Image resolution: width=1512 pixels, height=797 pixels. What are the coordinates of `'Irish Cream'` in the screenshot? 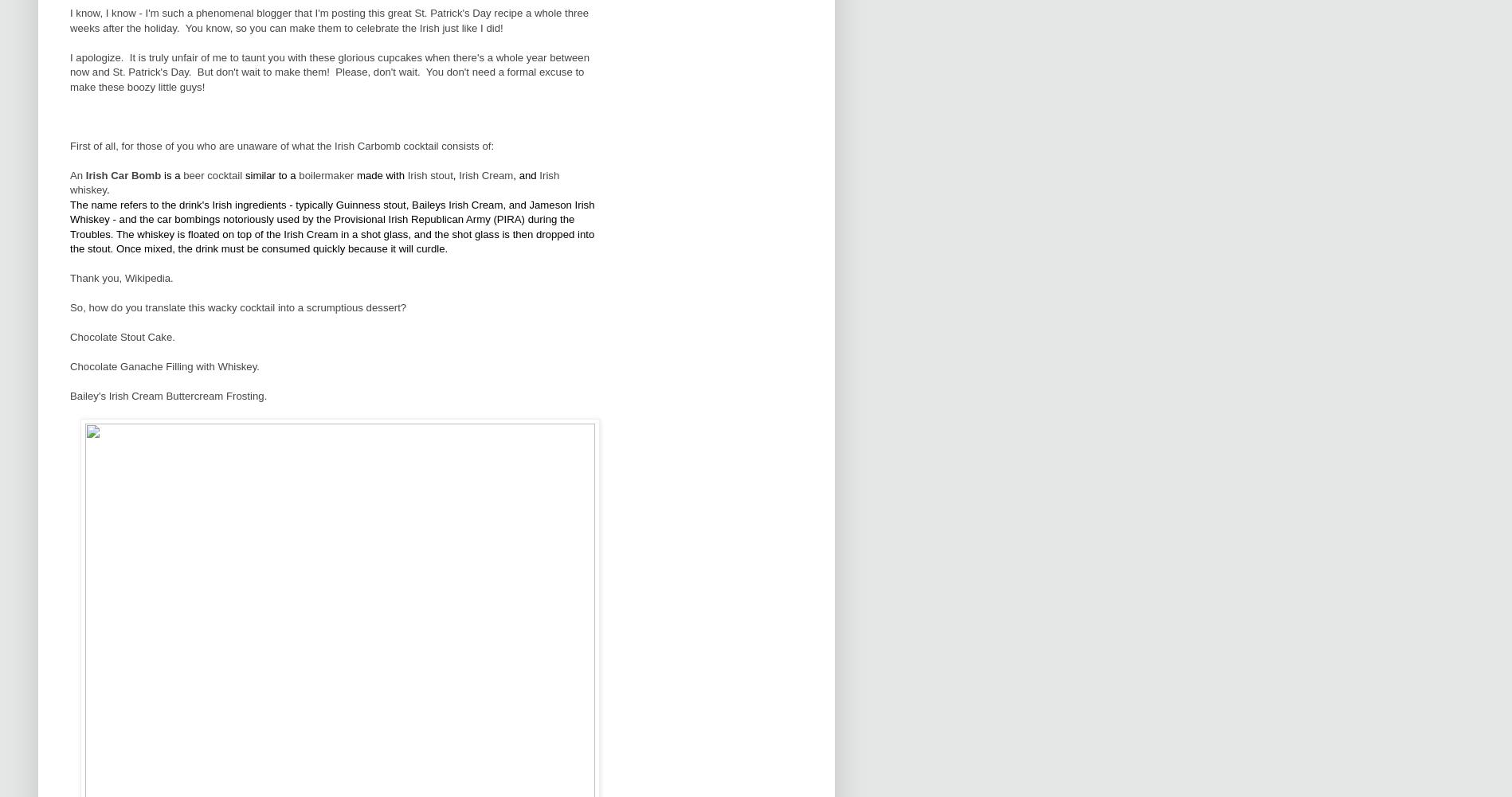 It's located at (485, 174).